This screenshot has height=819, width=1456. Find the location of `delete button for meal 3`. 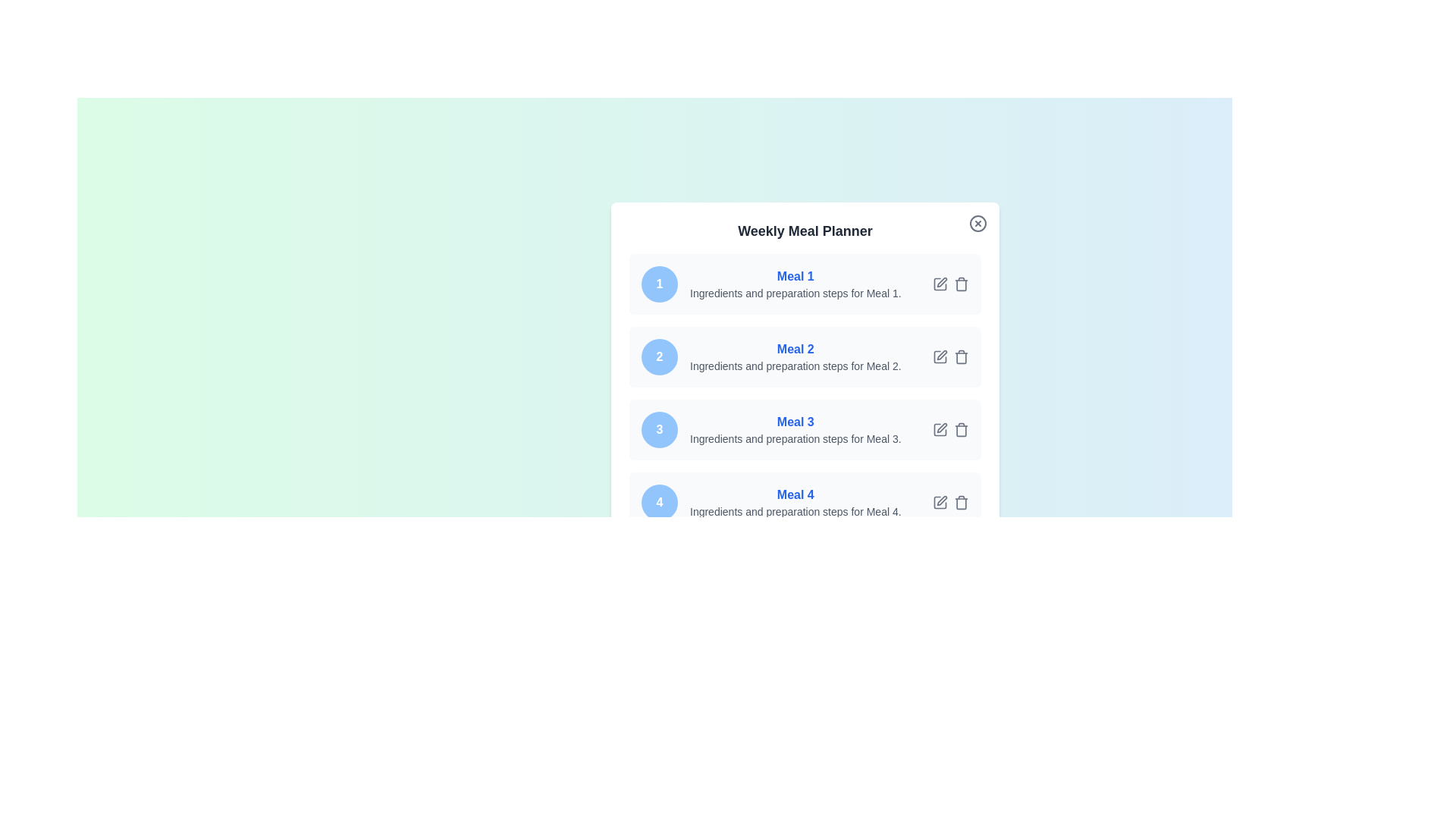

delete button for meal 3 is located at coordinates (960, 430).